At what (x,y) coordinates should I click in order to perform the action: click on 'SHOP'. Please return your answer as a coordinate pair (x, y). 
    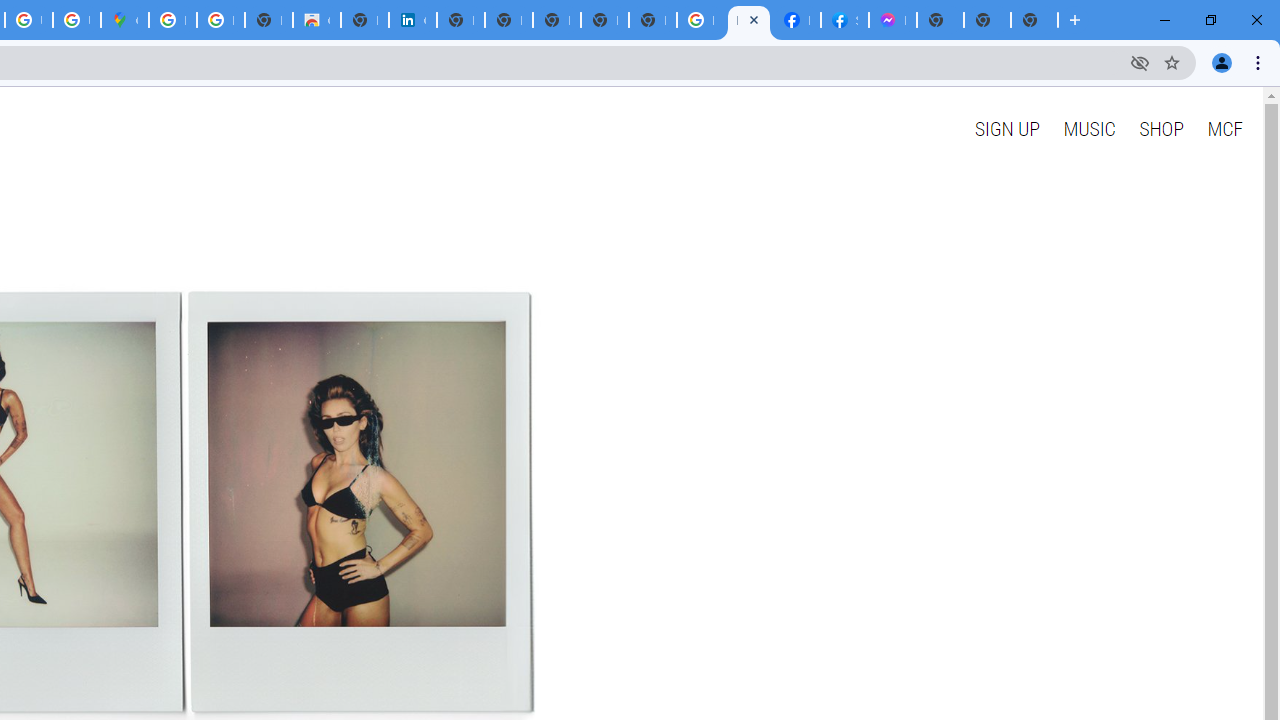
    Looking at the image, I should click on (1161, 128).